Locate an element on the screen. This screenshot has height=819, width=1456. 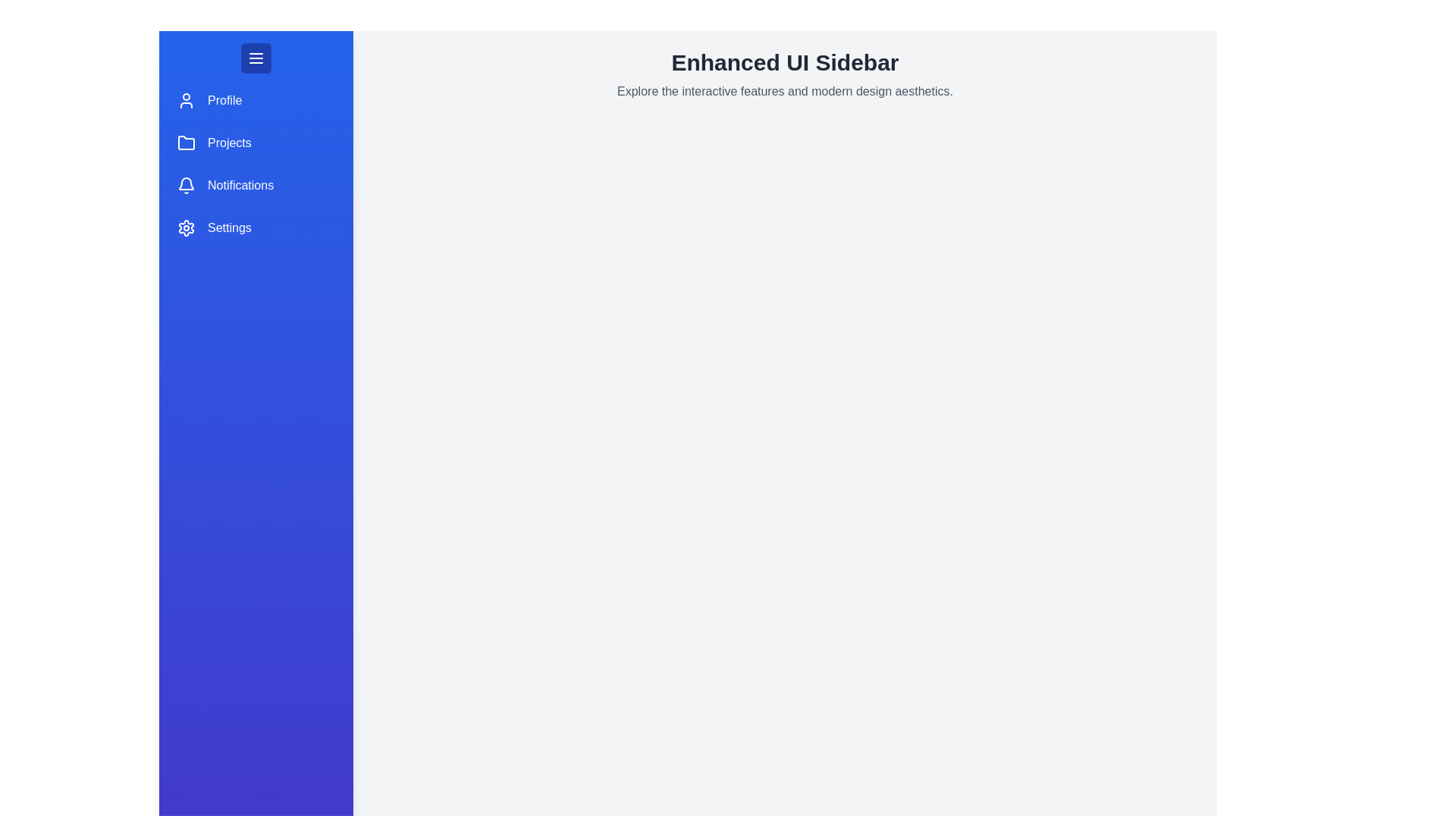
the menu item Notifications in the sidebar is located at coordinates (256, 185).